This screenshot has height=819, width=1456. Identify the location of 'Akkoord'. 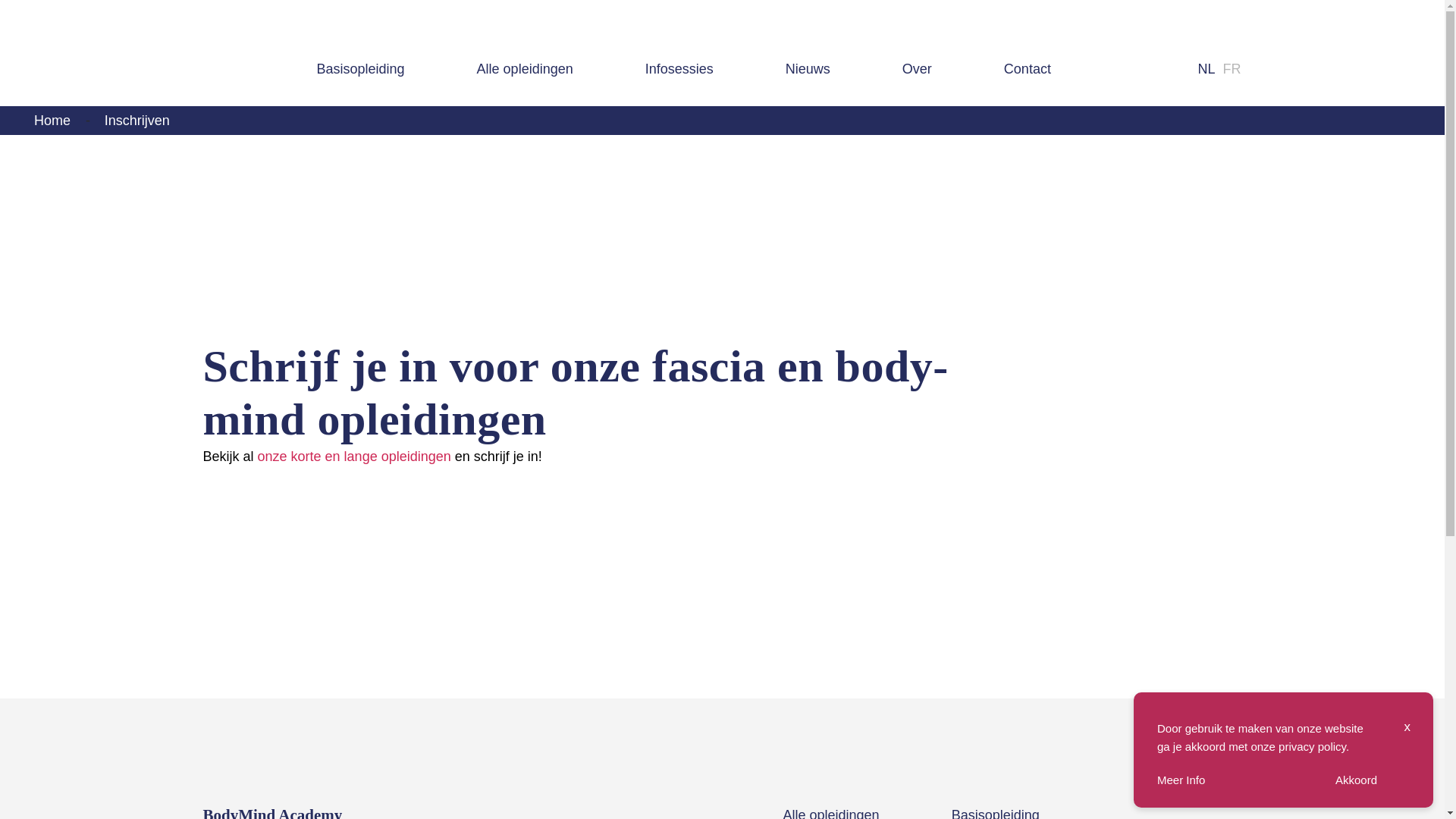
(1356, 780).